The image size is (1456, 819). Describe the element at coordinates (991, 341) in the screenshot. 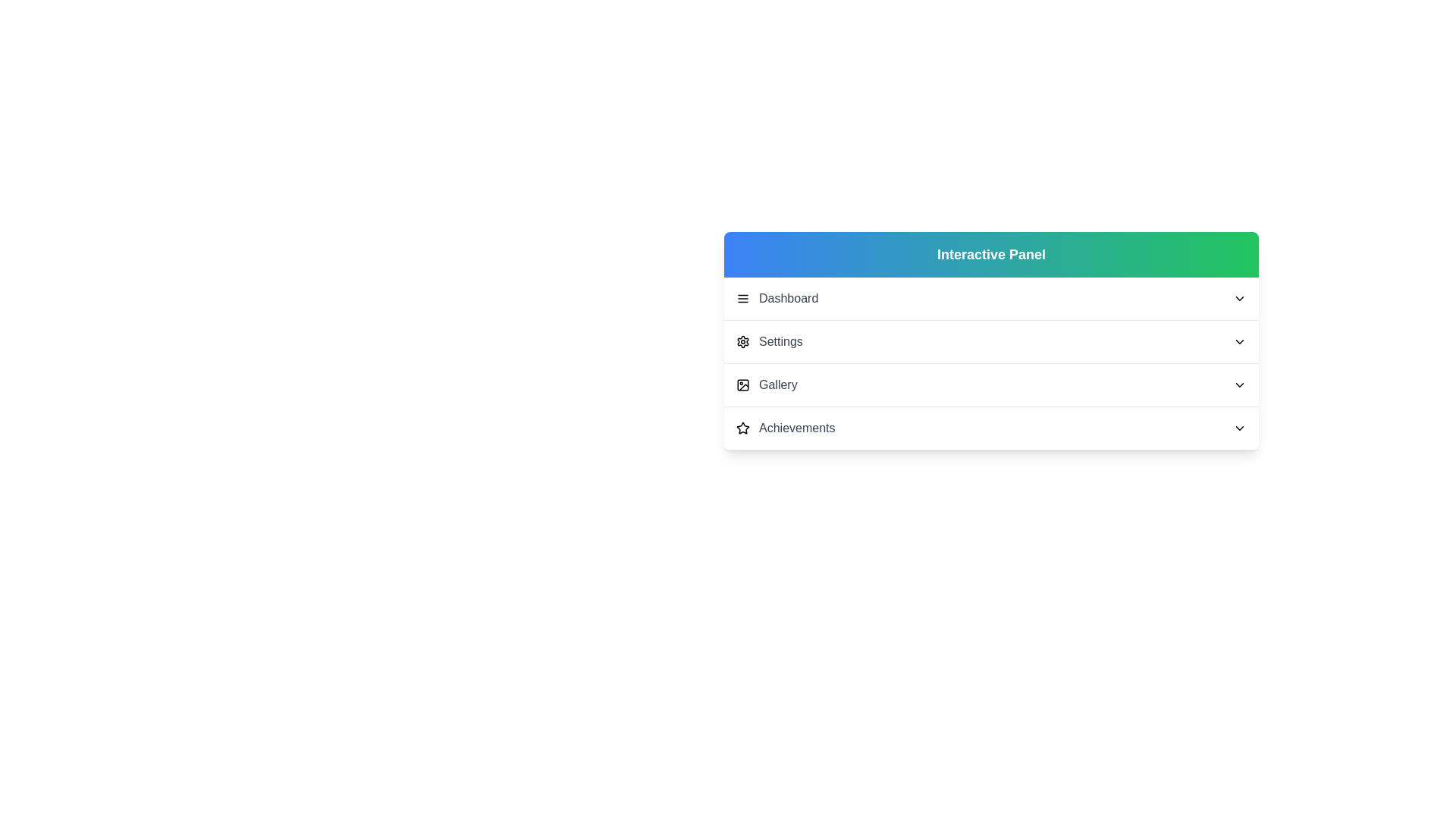

I see `the 'Settings' menu item` at that location.